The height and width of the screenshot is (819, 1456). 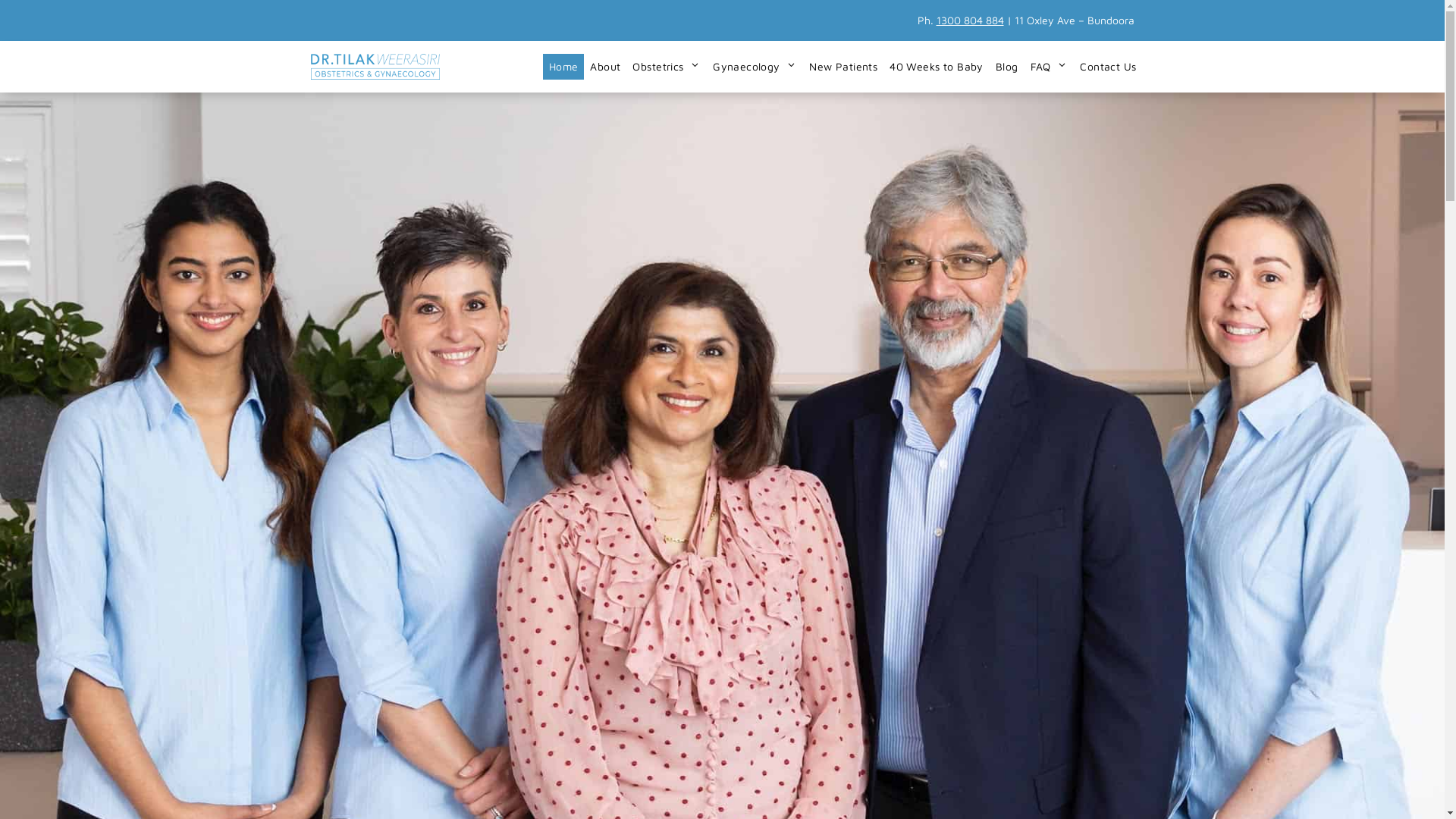 I want to click on 'Gynaecology', so click(x=755, y=65).